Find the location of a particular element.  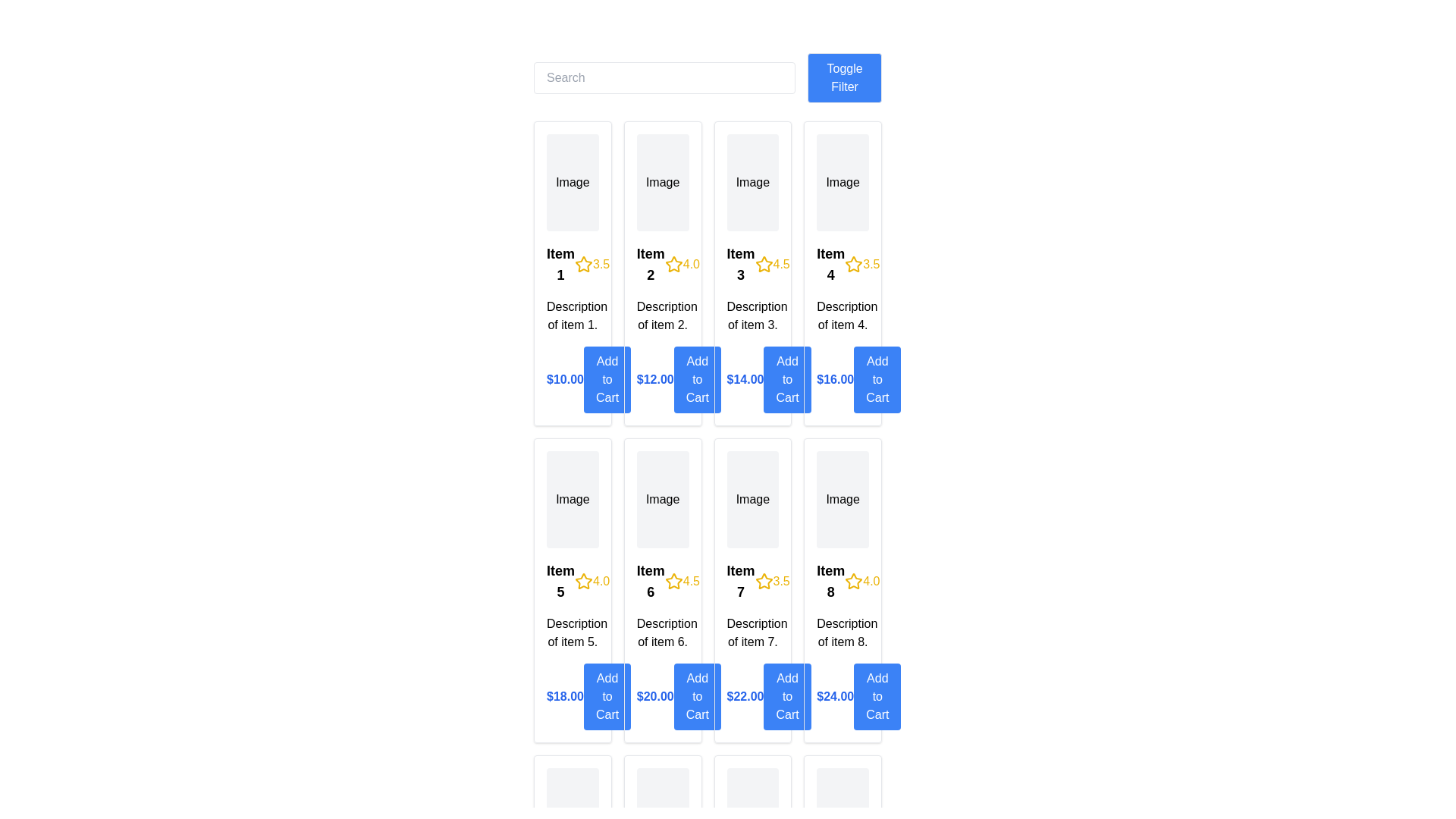

the Rating display element positioned next to 'Item 2' at the top-center of the layout is located at coordinates (681, 263).